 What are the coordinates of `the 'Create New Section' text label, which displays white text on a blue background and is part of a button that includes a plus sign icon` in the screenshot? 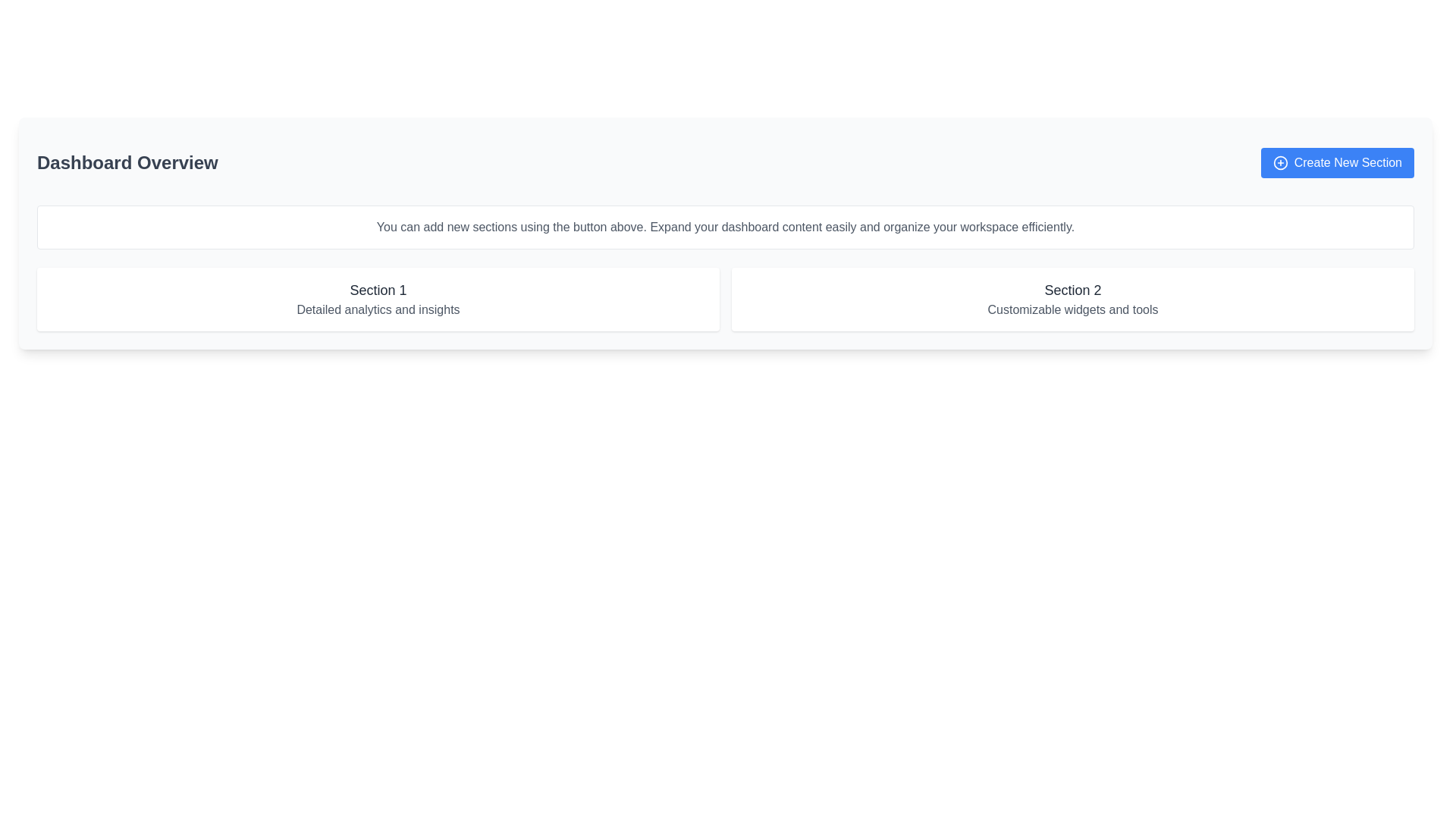 It's located at (1348, 163).